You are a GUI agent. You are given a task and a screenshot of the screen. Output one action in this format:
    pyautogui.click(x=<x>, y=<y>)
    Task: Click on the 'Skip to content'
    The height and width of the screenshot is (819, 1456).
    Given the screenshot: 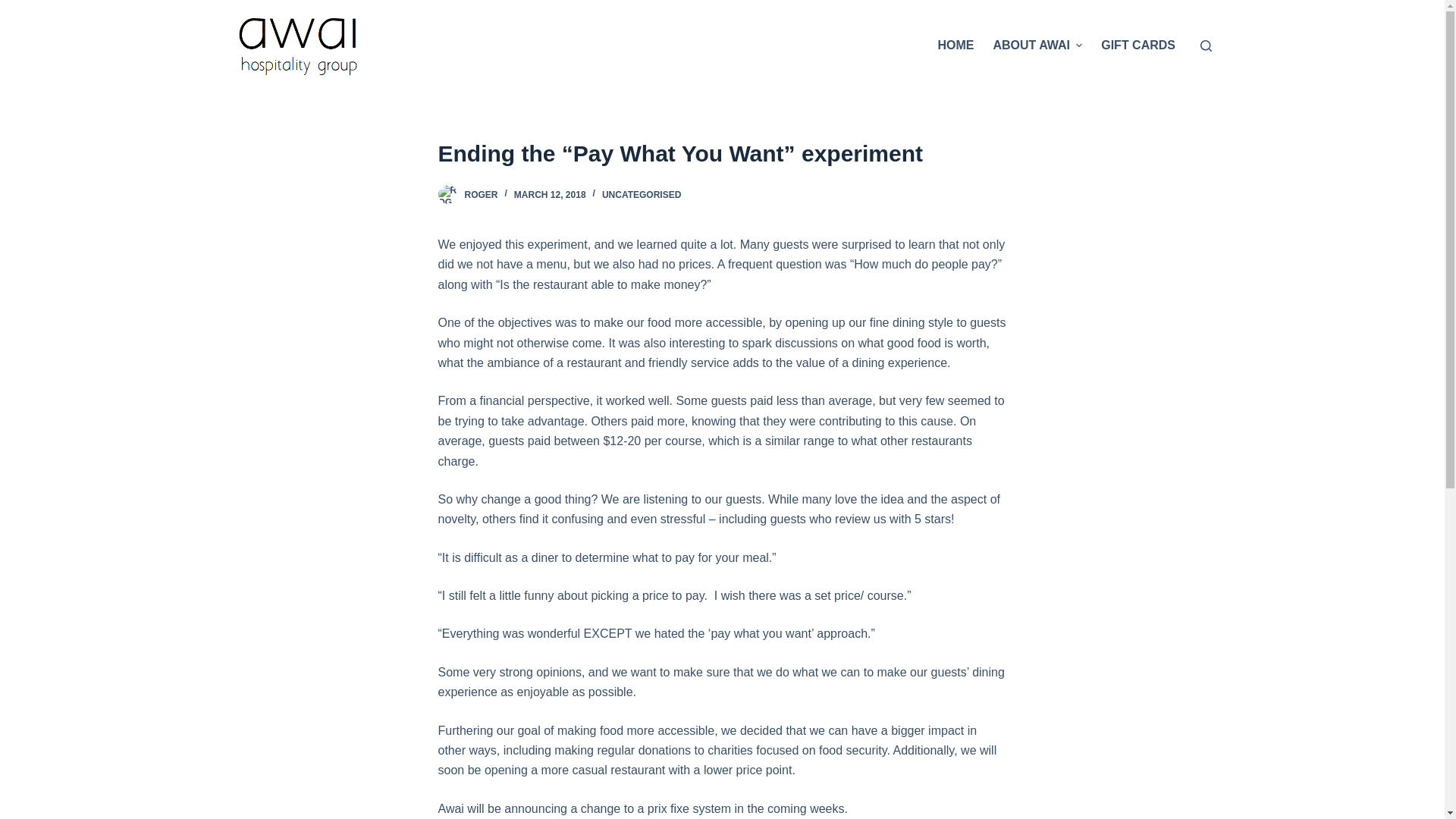 What is the action you would take?
    pyautogui.click(x=14, y=8)
    